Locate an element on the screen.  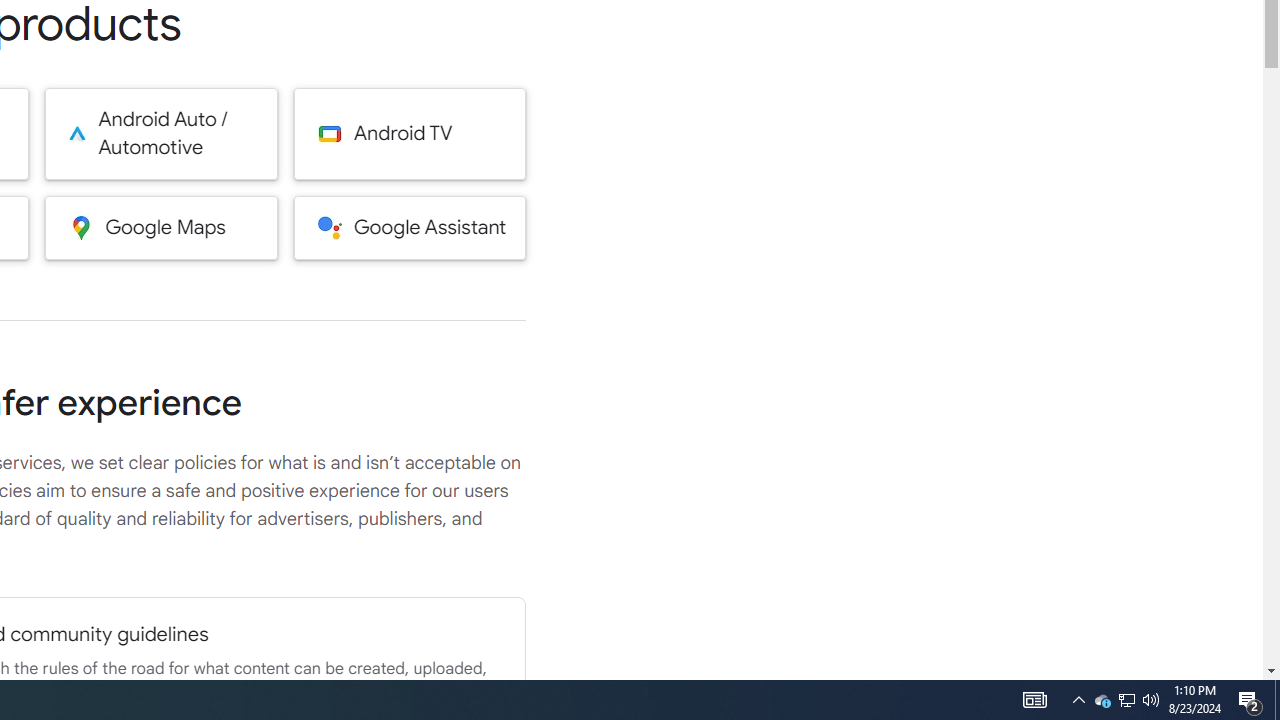
'Google Assistant' is located at coordinates (409, 226).